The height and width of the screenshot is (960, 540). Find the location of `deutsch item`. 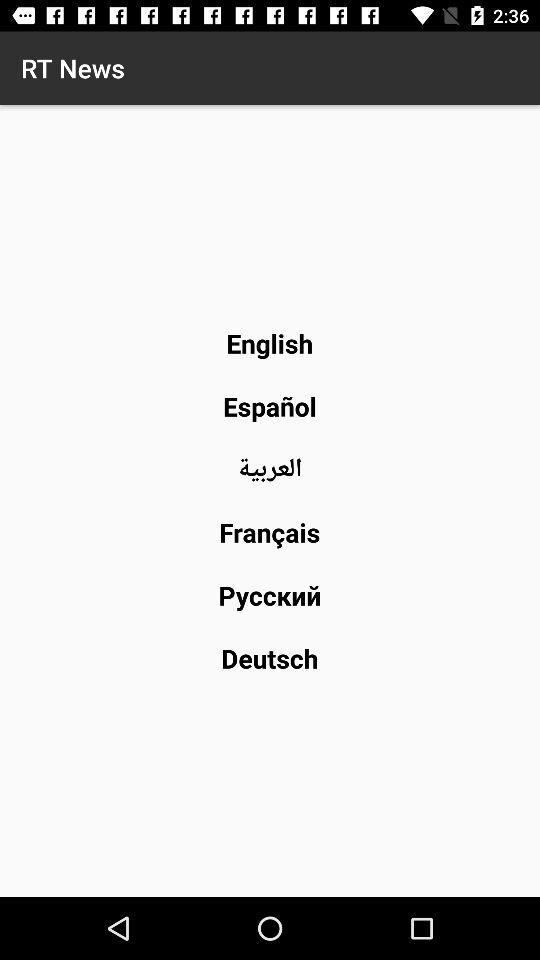

deutsch item is located at coordinates (269, 657).